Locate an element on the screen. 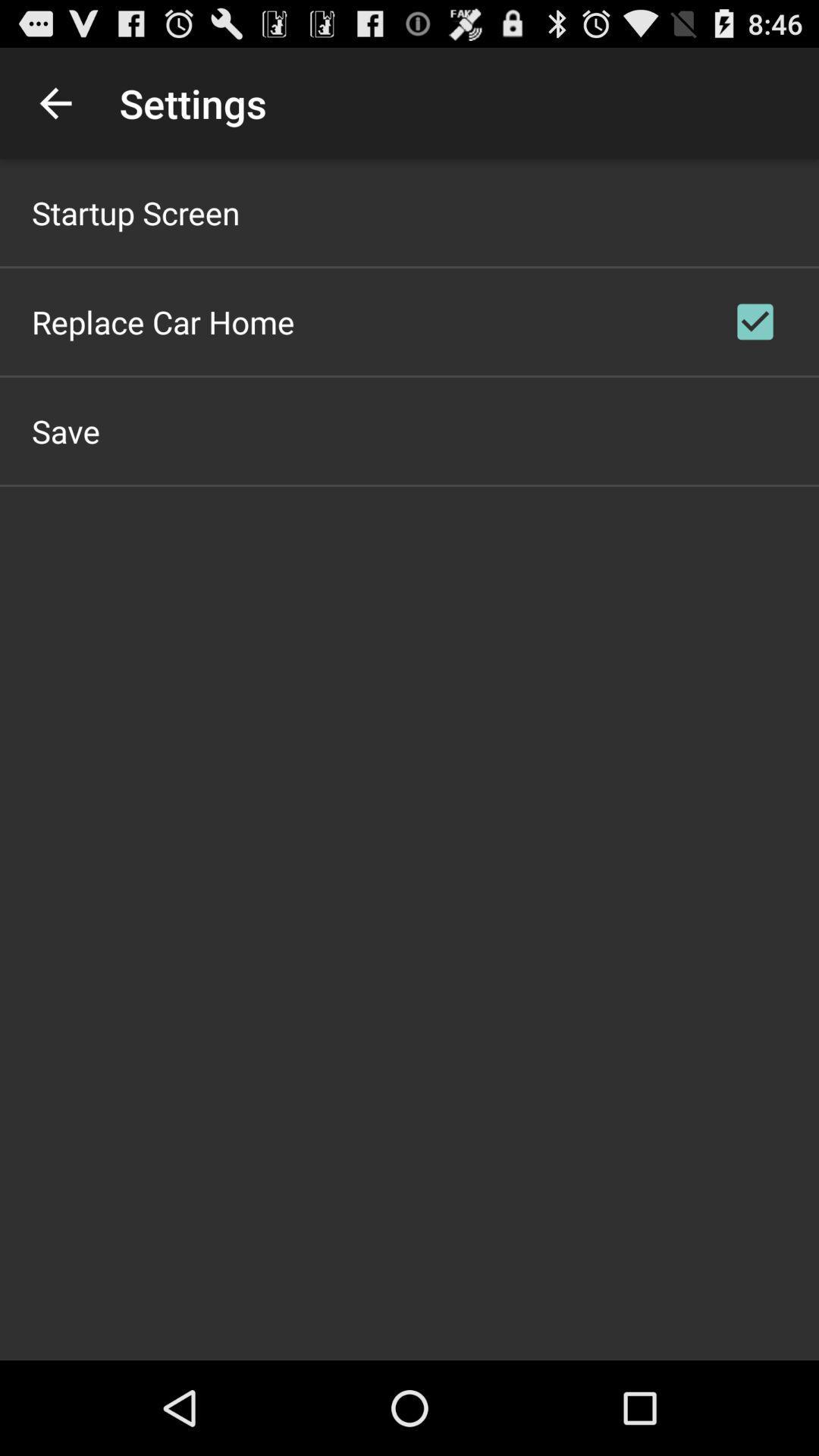 The width and height of the screenshot is (819, 1456). startup screen is located at coordinates (135, 212).